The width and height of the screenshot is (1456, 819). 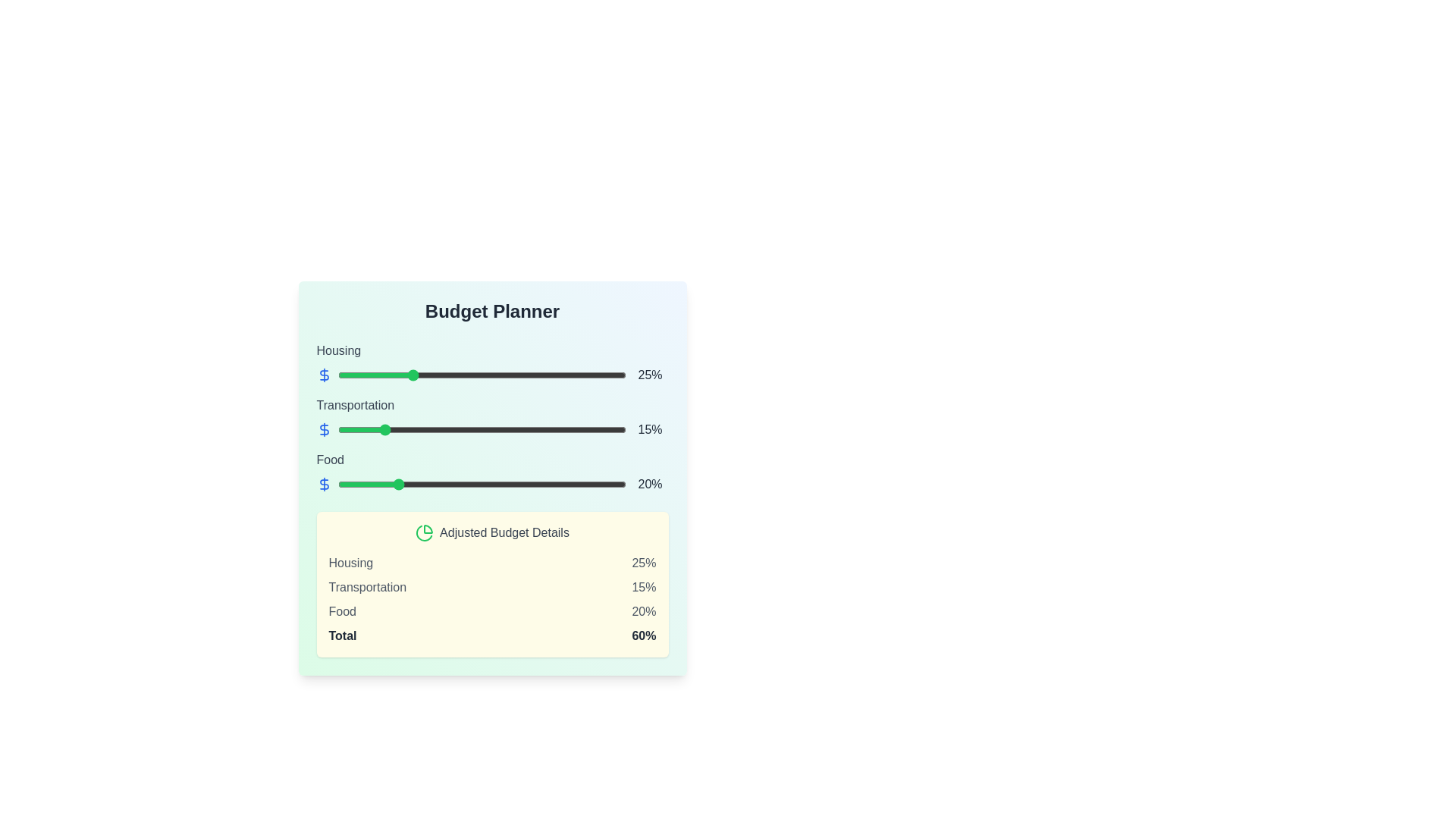 What do you see at coordinates (492, 563) in the screenshot?
I see `information displayed in the first row of the budget breakdown section, which summarizes the percentage allocation of the budget for 'Housing'` at bounding box center [492, 563].